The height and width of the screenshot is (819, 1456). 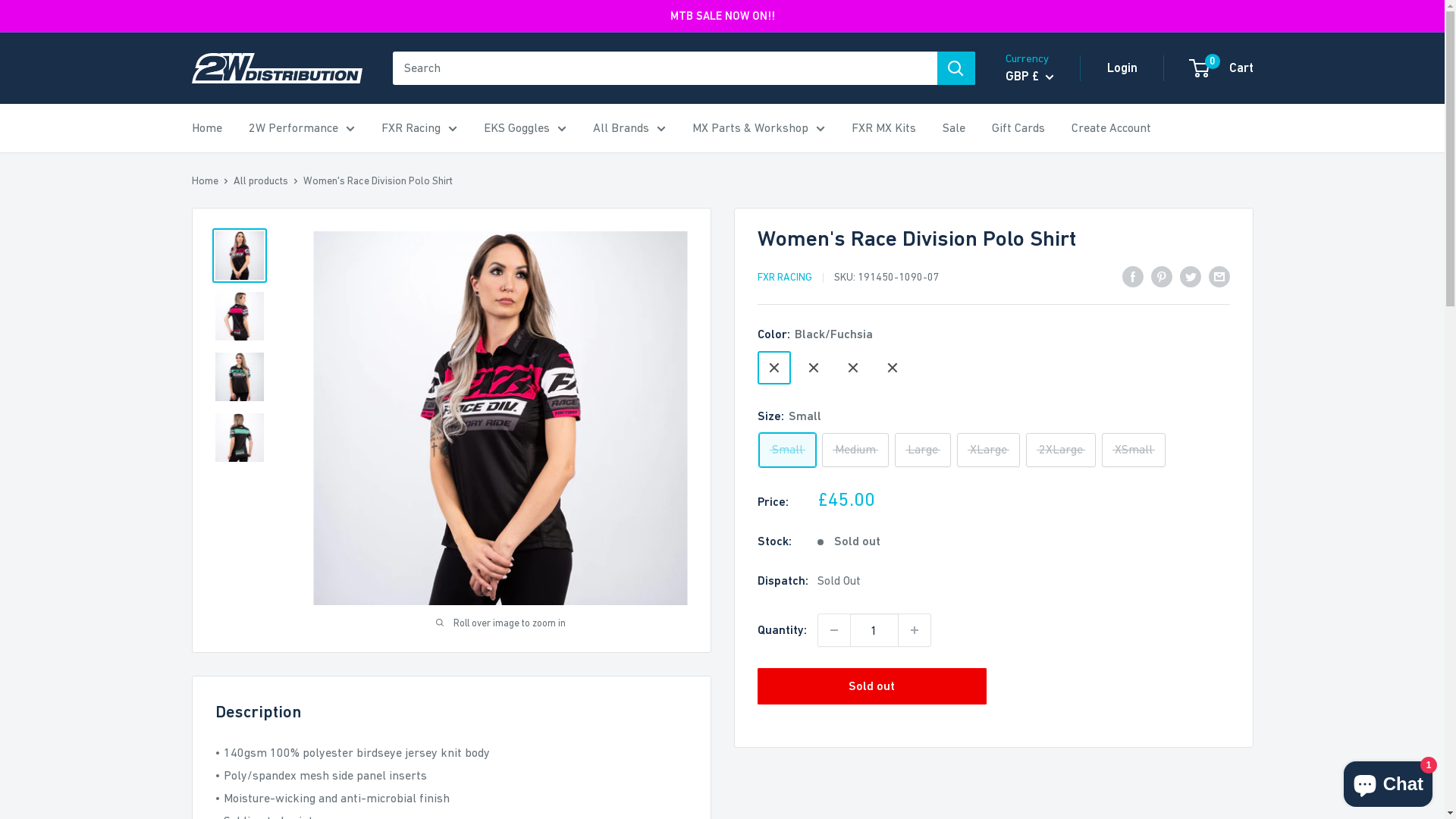 I want to click on '2W Performance', so click(x=302, y=127).